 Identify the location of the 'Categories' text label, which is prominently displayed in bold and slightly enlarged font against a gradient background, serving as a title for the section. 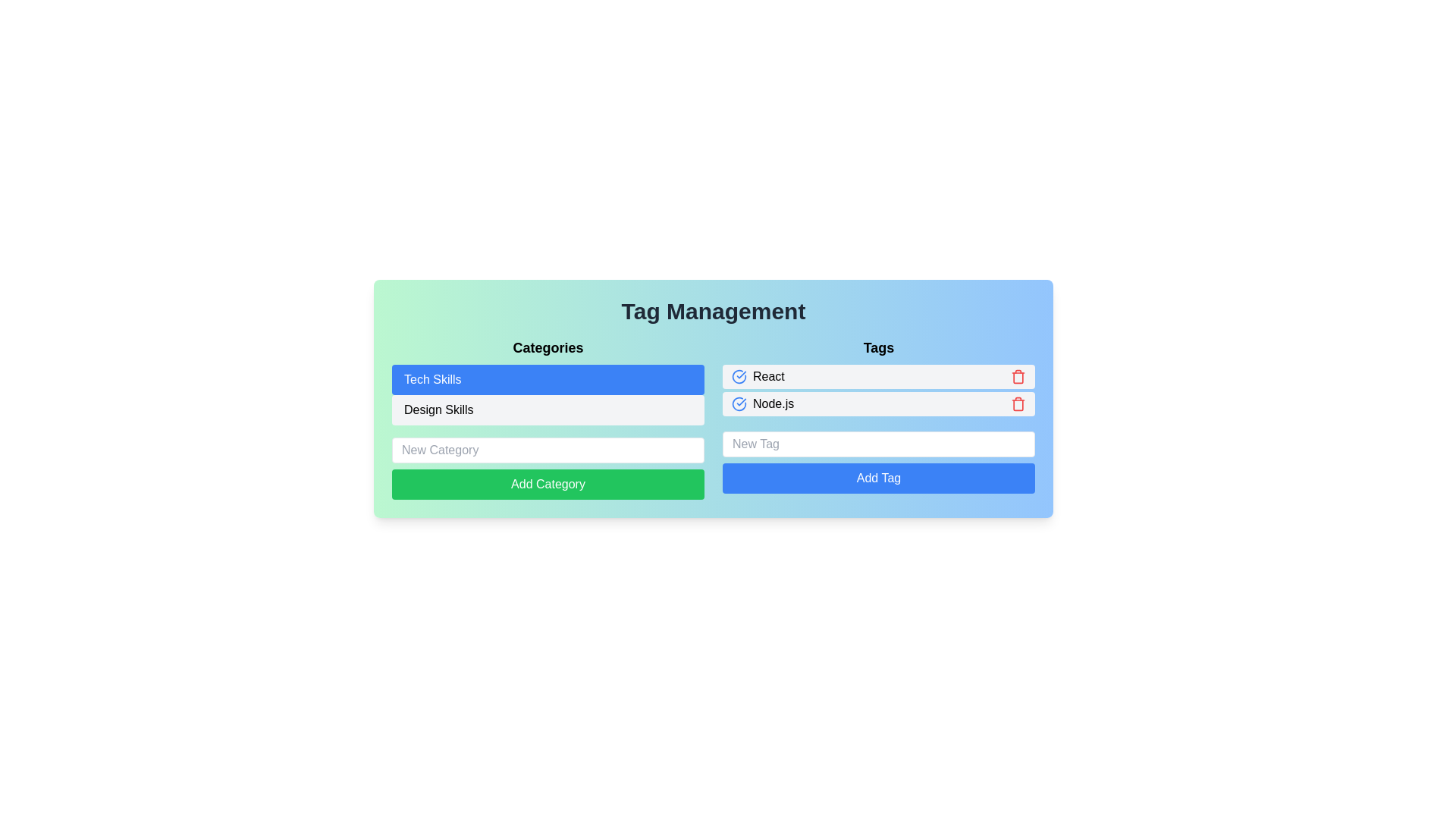
(548, 348).